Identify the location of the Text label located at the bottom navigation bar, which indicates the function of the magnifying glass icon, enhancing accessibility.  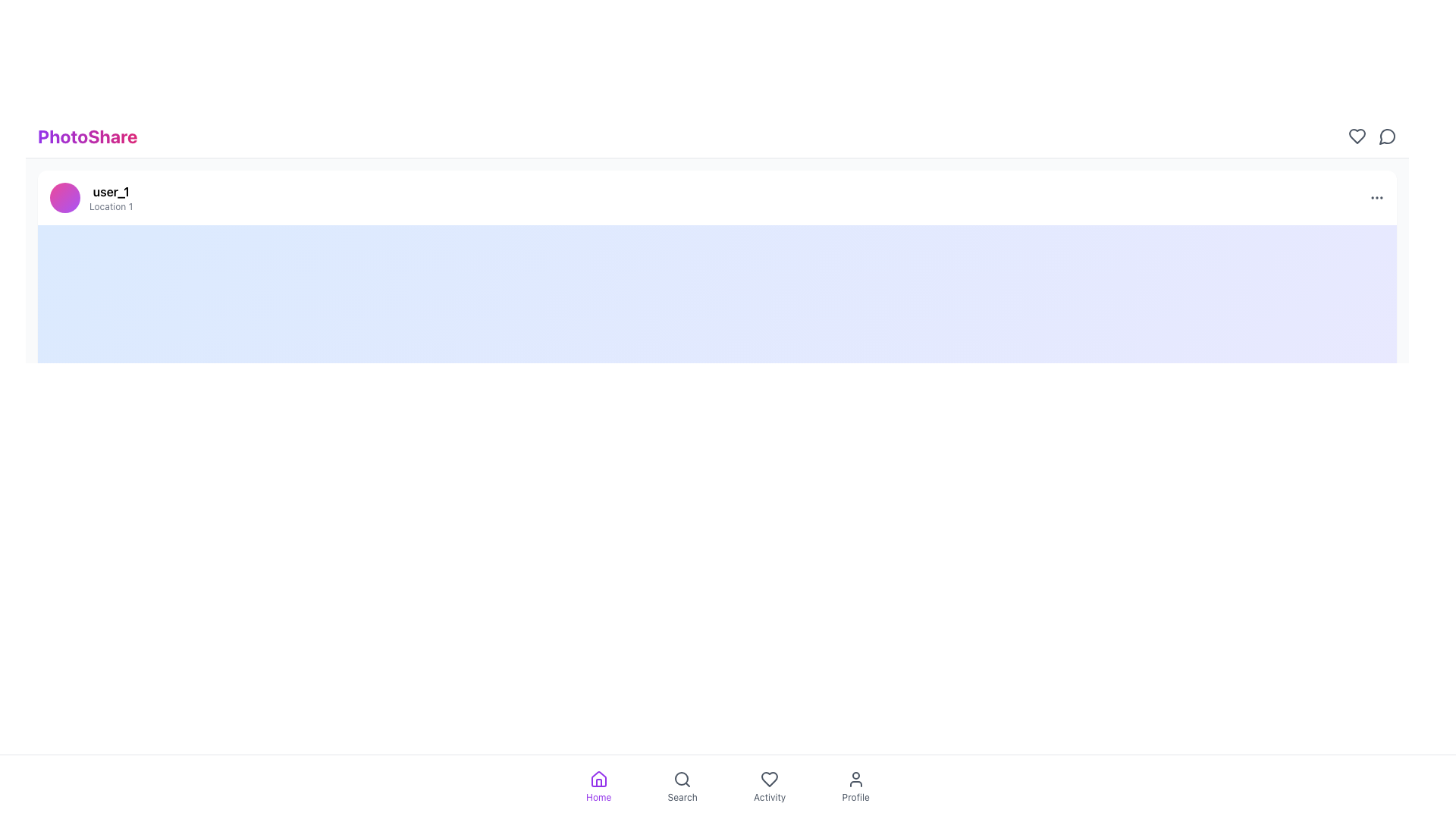
(682, 797).